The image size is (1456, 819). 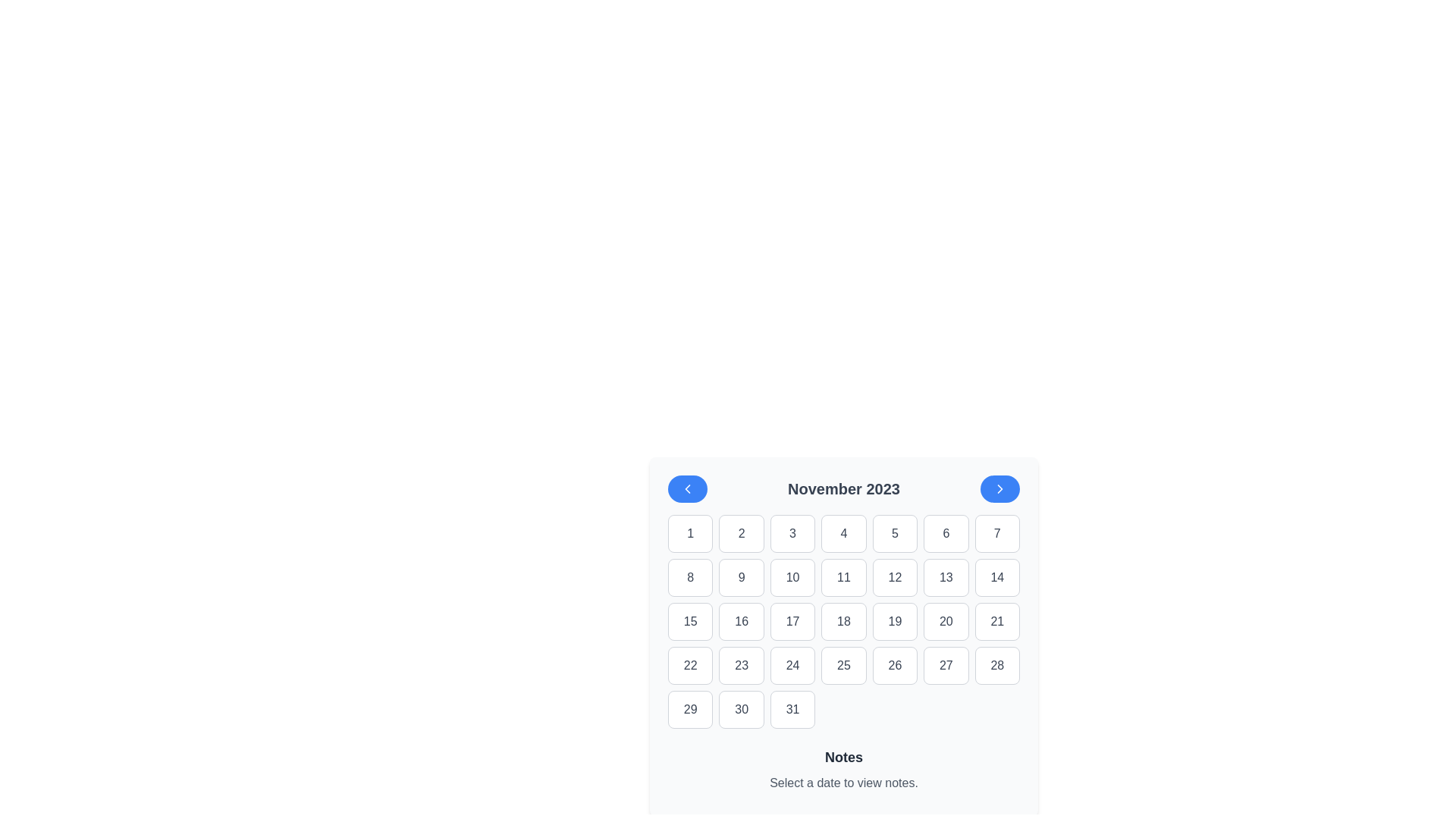 I want to click on the button representing the date '18th' in the November 2023 calendar, so click(x=843, y=622).